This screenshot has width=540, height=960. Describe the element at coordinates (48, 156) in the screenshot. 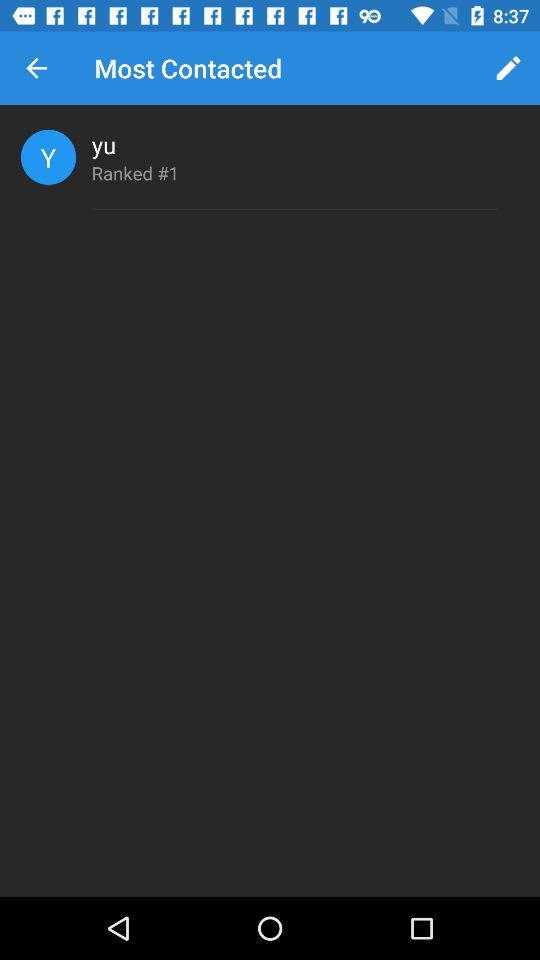

I see `the icon next to the yu icon` at that location.